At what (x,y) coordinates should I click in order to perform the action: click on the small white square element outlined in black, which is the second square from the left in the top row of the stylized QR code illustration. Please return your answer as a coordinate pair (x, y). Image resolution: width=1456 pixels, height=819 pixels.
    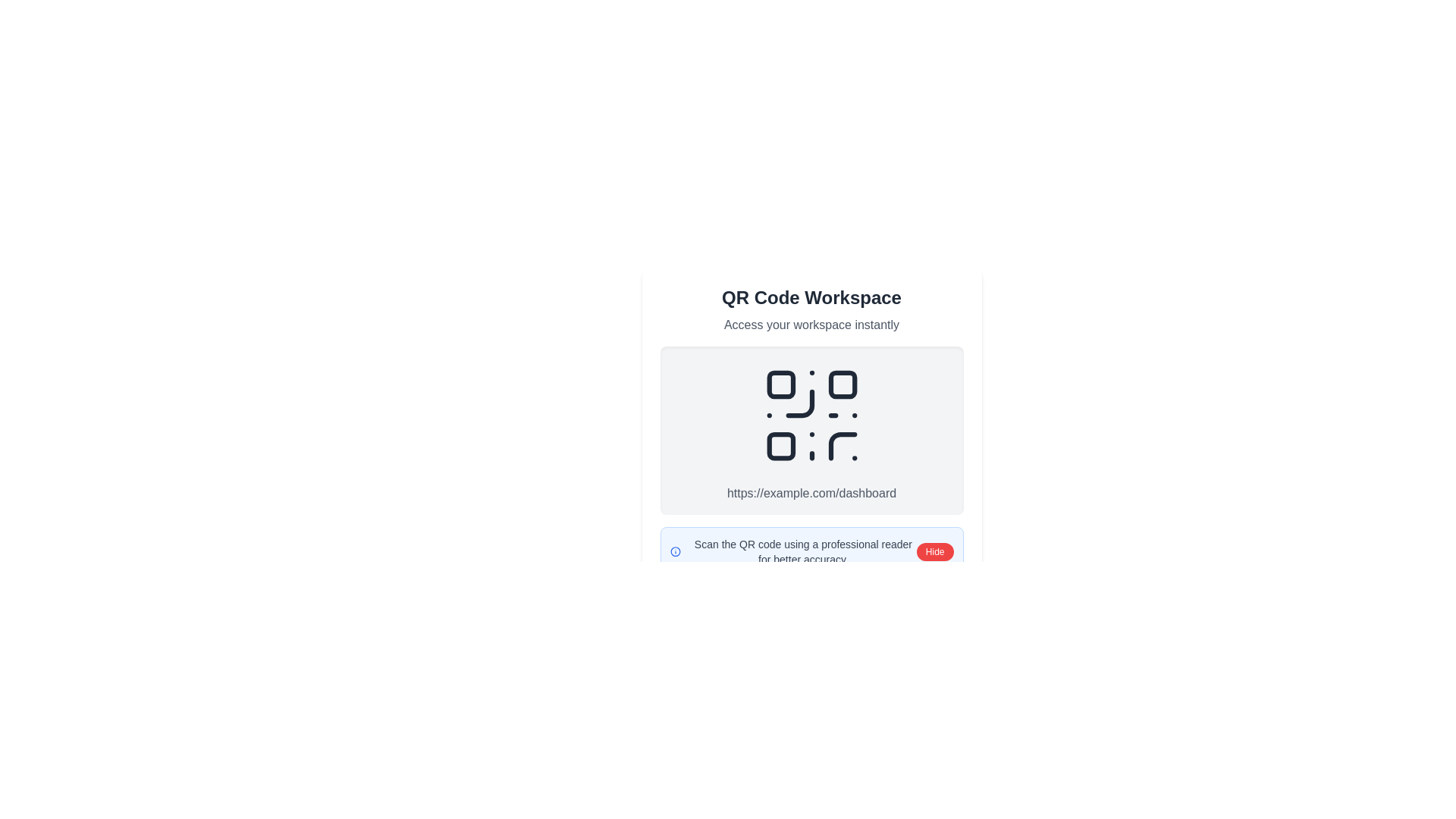
    Looking at the image, I should click on (842, 384).